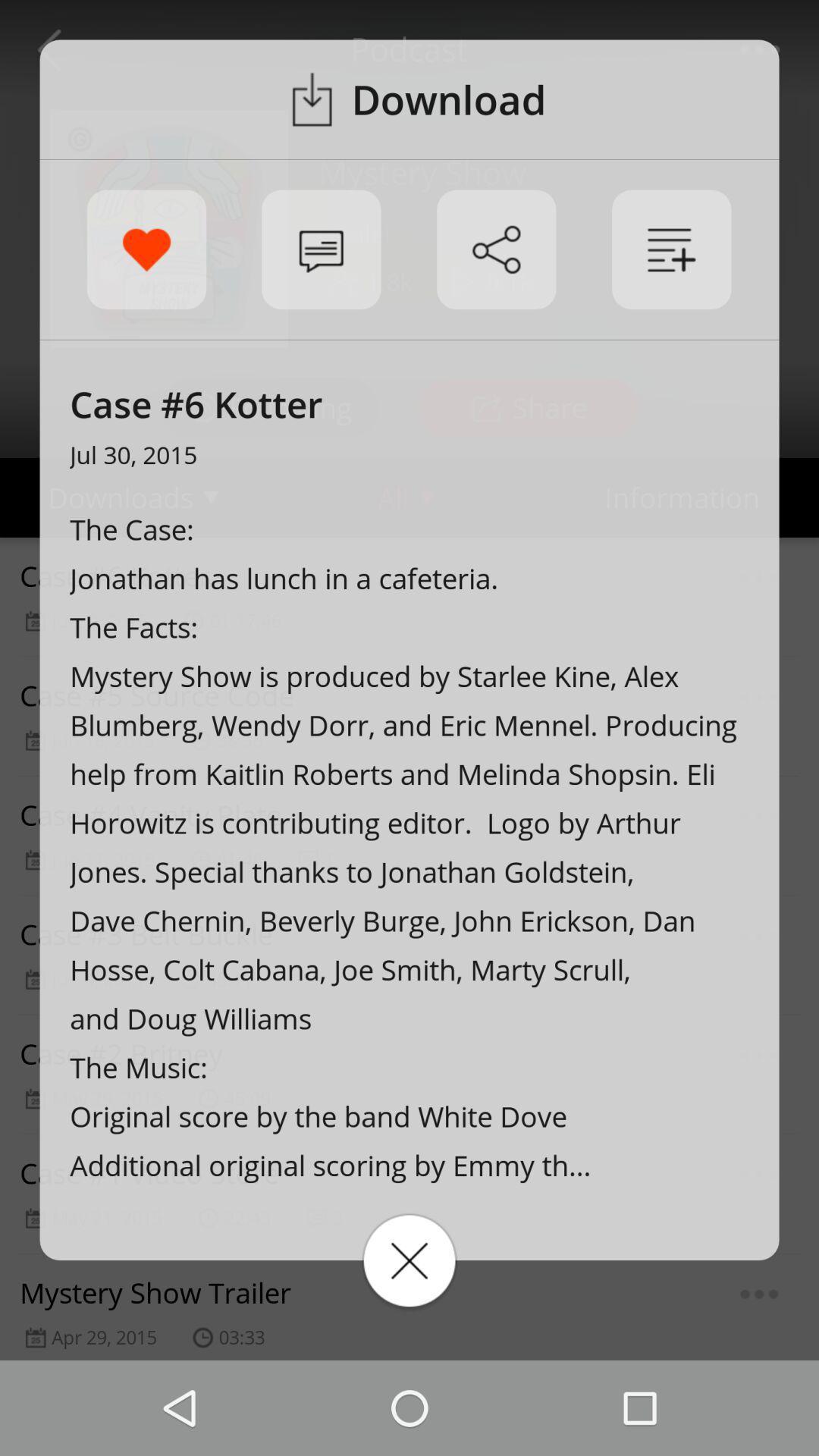  I want to click on text box, so click(409, 1260).